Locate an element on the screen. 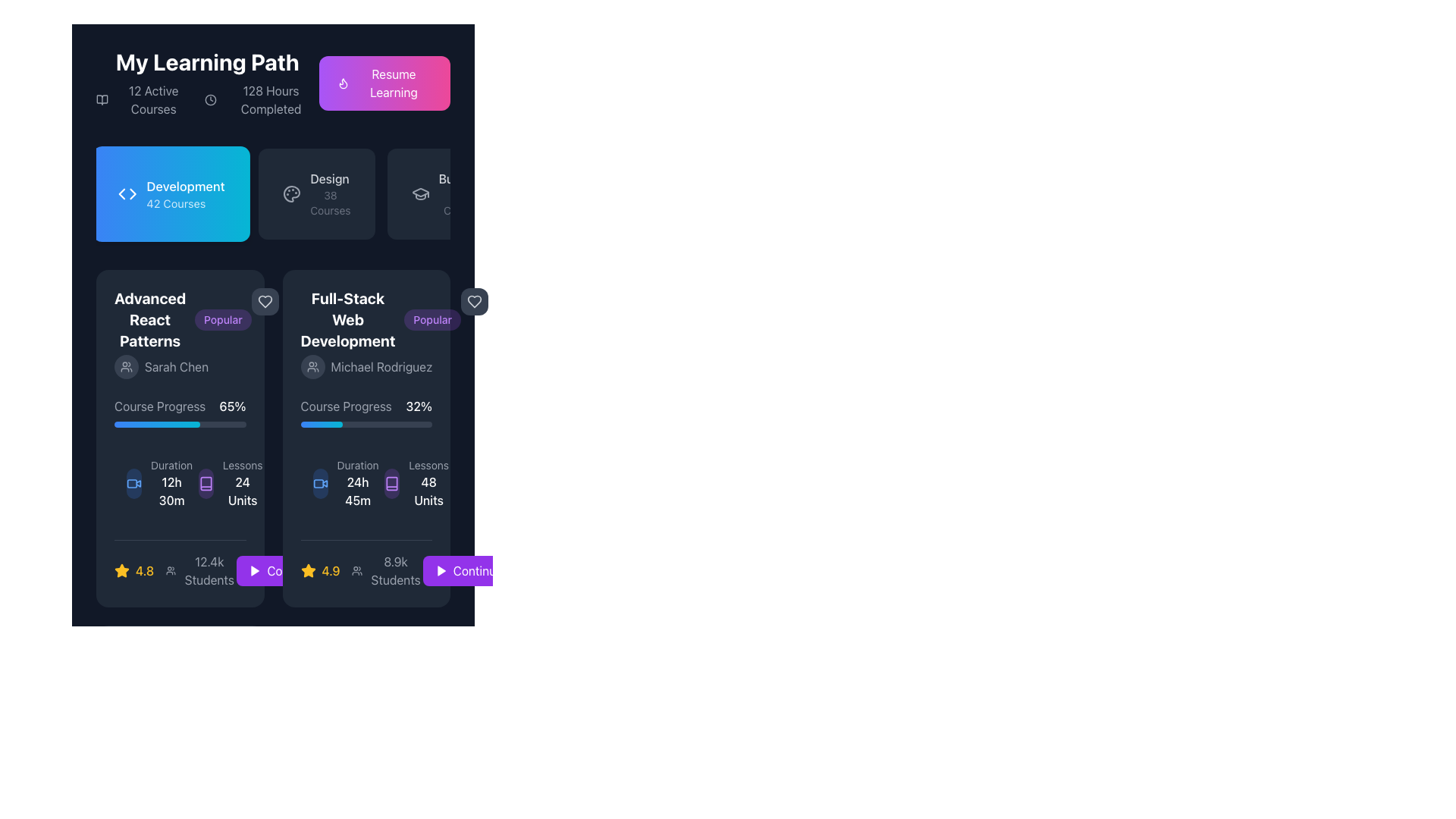  the yellow star-shaped Icon (Rating) located at the bottom-left corner of the 'Full-Stack Web Development' course card, which precedes the course rating text '4.9' is located at coordinates (307, 570).